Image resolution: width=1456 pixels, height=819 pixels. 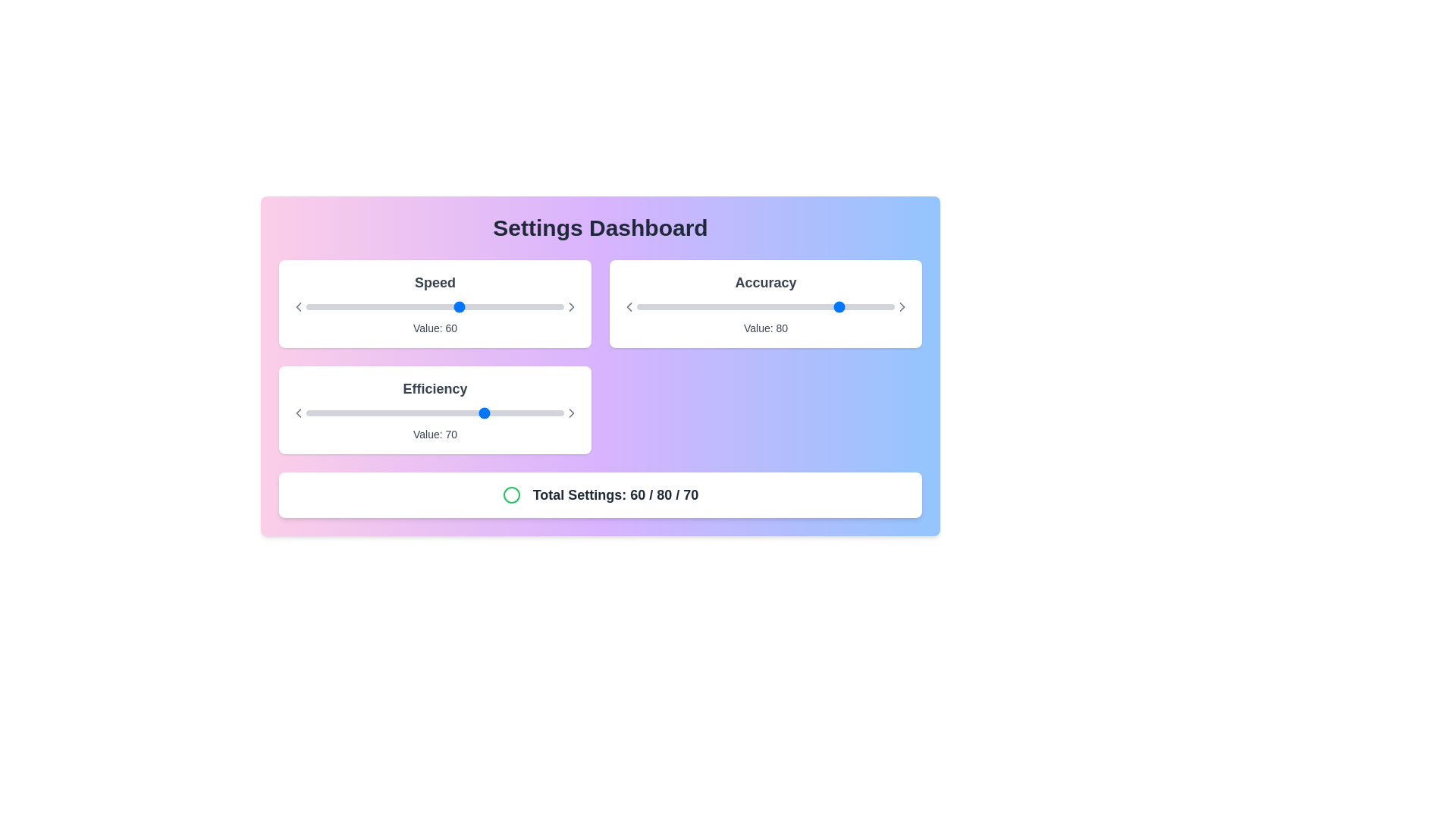 I want to click on the accuracy slider, so click(x=637, y=307).